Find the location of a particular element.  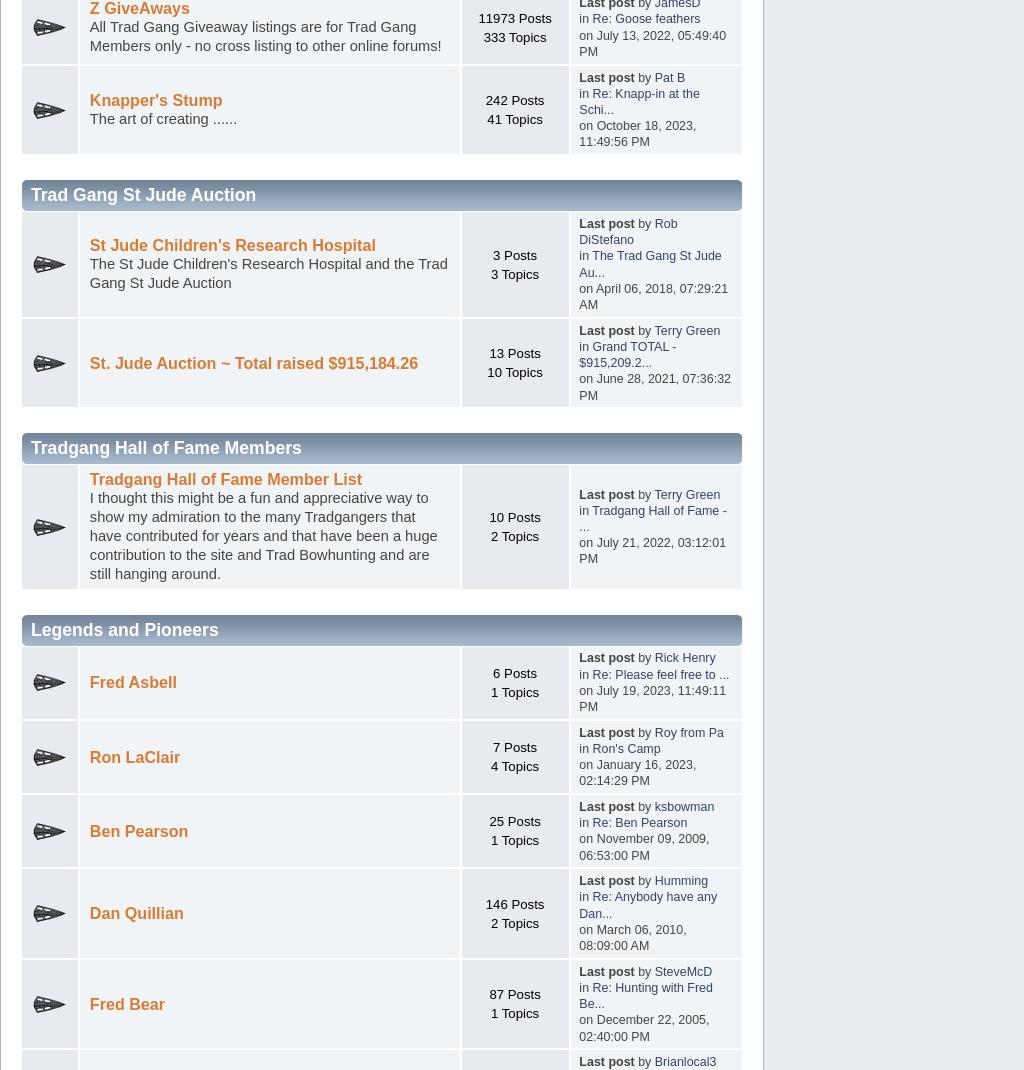

'on June 28, 2021, 07:36:32 PM' is located at coordinates (653, 386).